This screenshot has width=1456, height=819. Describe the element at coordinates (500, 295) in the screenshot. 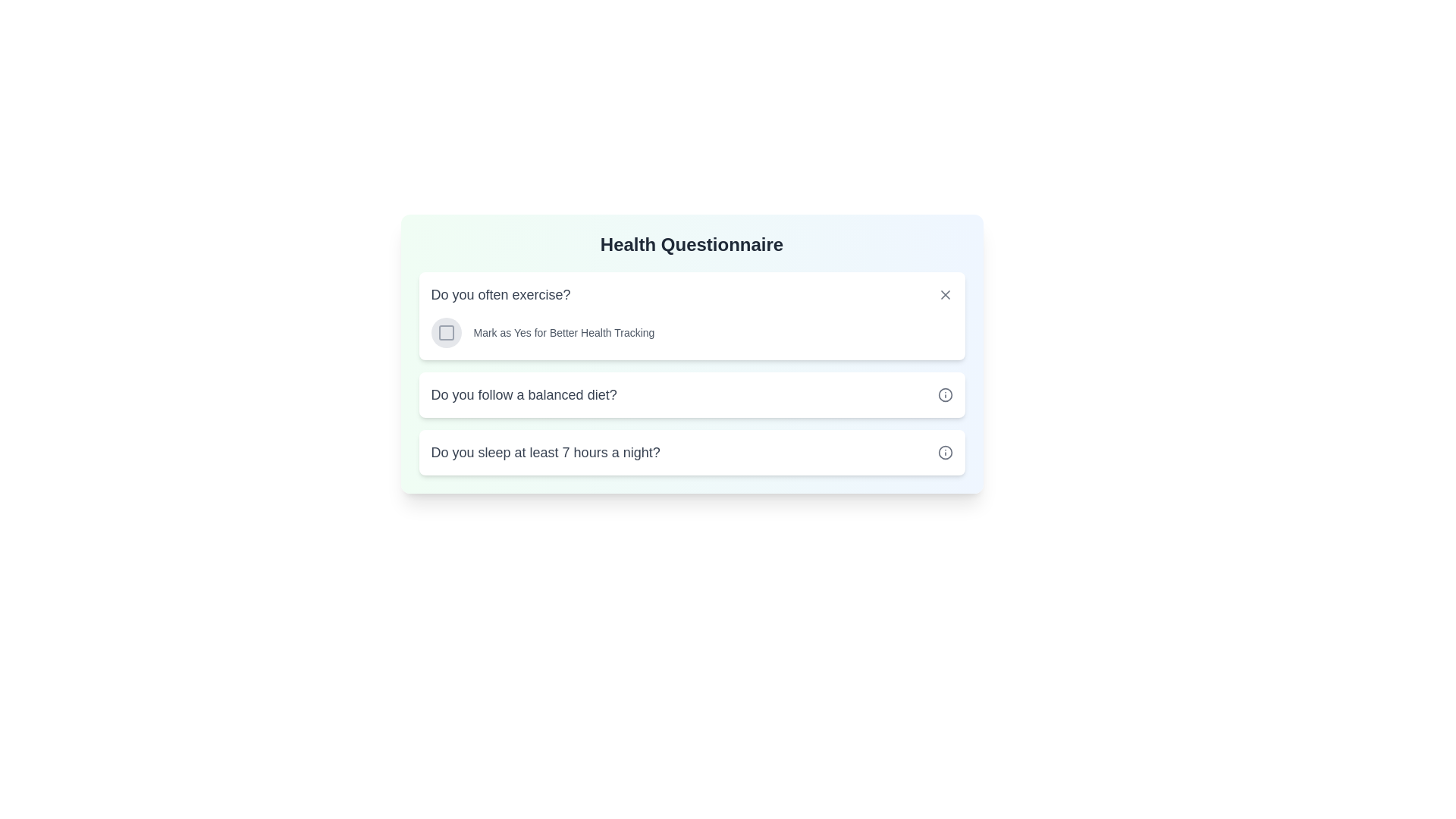

I see `the text label in the Health Questionnaire section that presents a question to the user, located above a checkbox` at that location.